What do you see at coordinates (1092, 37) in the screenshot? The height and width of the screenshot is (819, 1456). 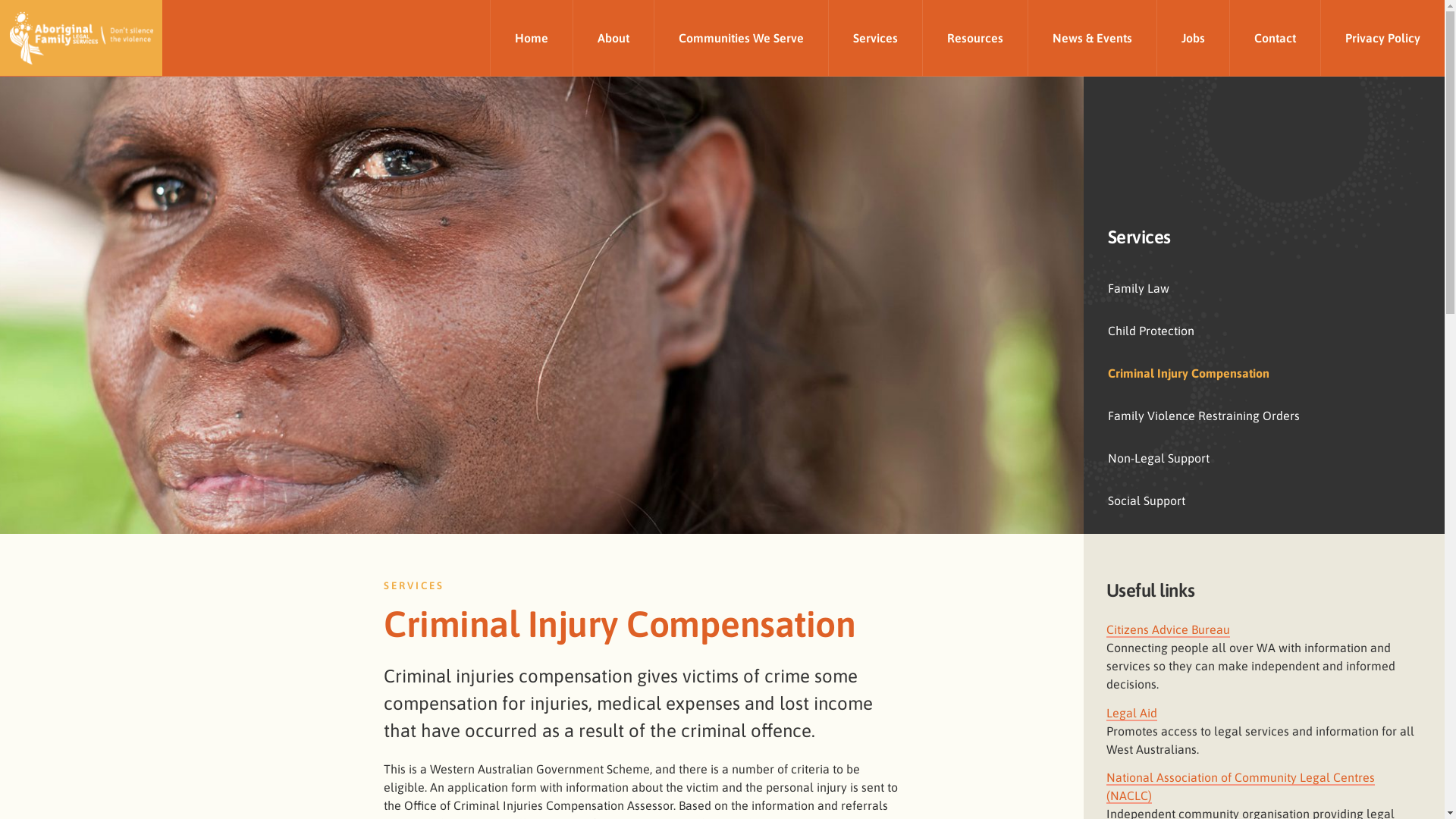 I see `'News & Events'` at bounding box center [1092, 37].